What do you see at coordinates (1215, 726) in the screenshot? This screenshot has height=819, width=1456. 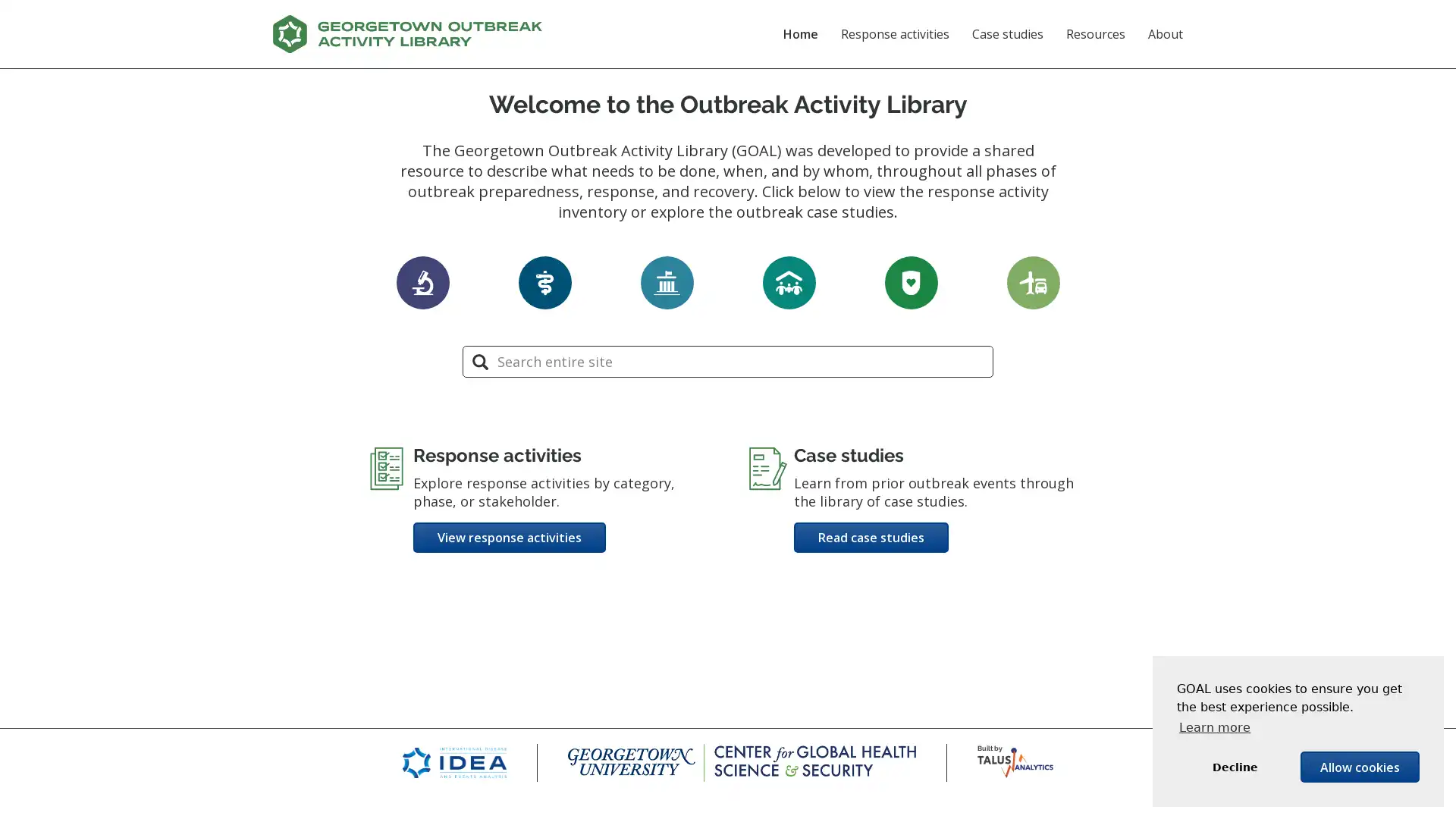 I see `learn more about cookies` at bounding box center [1215, 726].